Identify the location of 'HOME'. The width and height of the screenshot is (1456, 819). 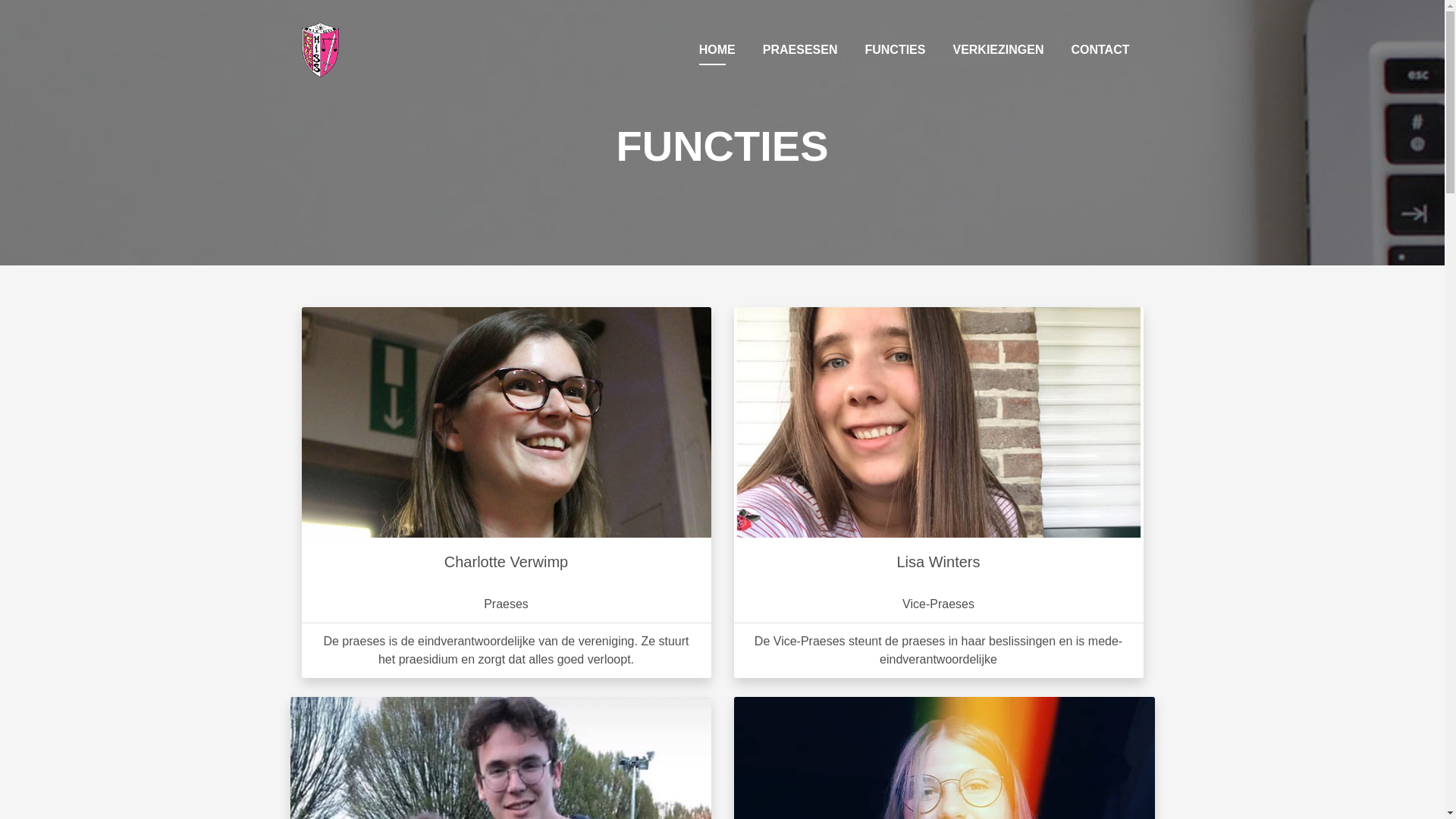
(692, 49).